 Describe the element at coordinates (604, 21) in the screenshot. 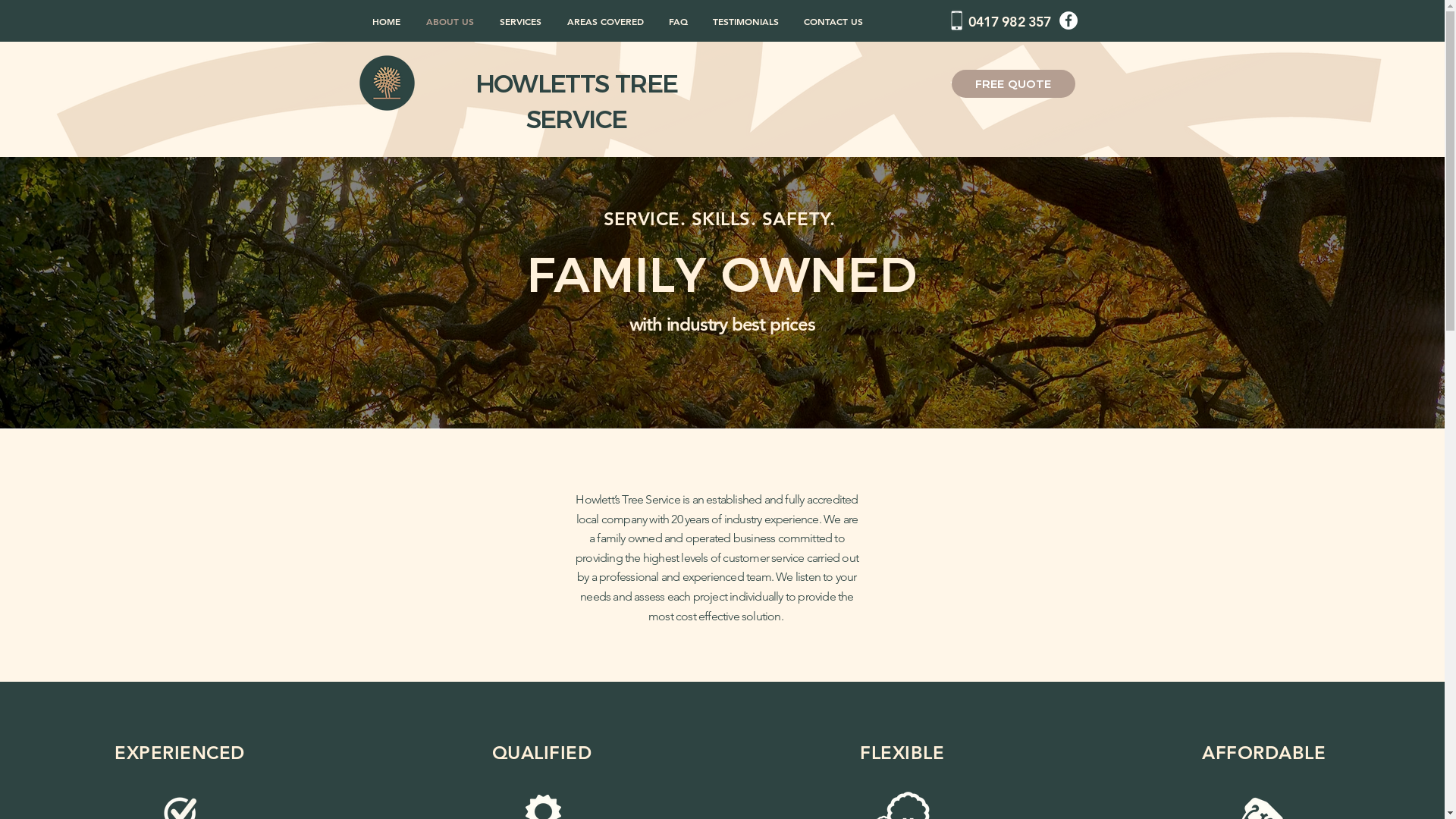

I see `'AREAS COVERED'` at that location.